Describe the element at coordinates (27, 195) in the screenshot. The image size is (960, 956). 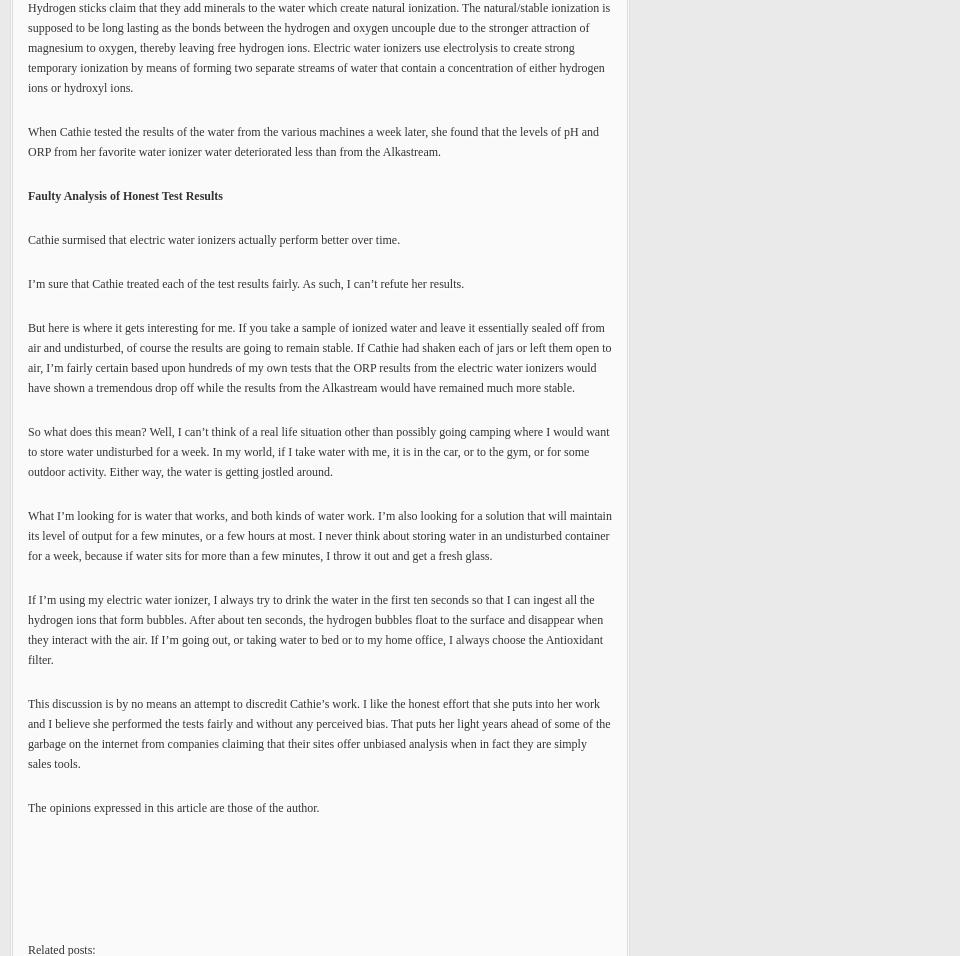
I see `'Faulty Analysis of Honest Test Results'` at that location.